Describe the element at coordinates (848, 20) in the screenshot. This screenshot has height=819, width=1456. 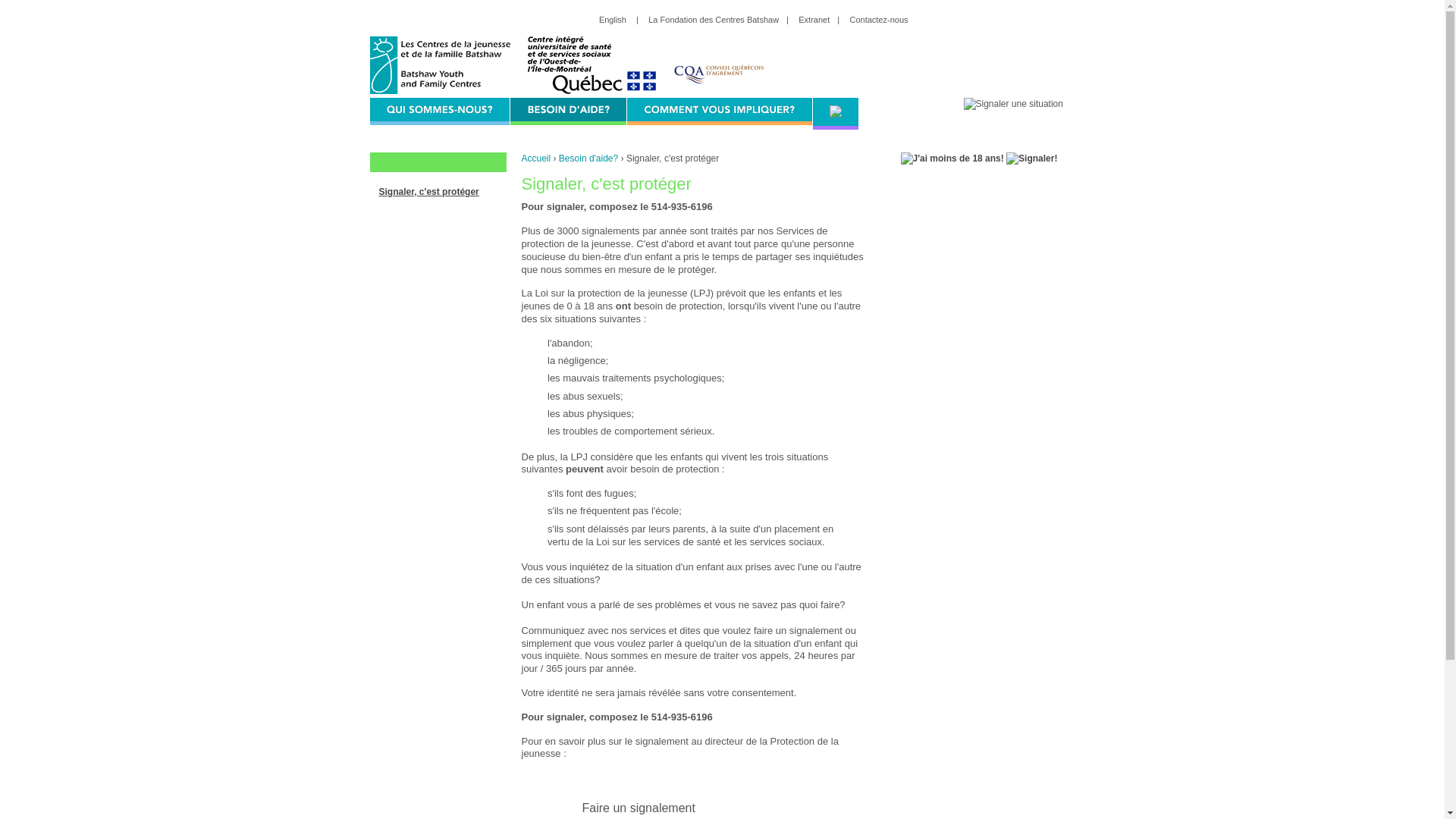
I see `'Contactez-nous'` at that location.